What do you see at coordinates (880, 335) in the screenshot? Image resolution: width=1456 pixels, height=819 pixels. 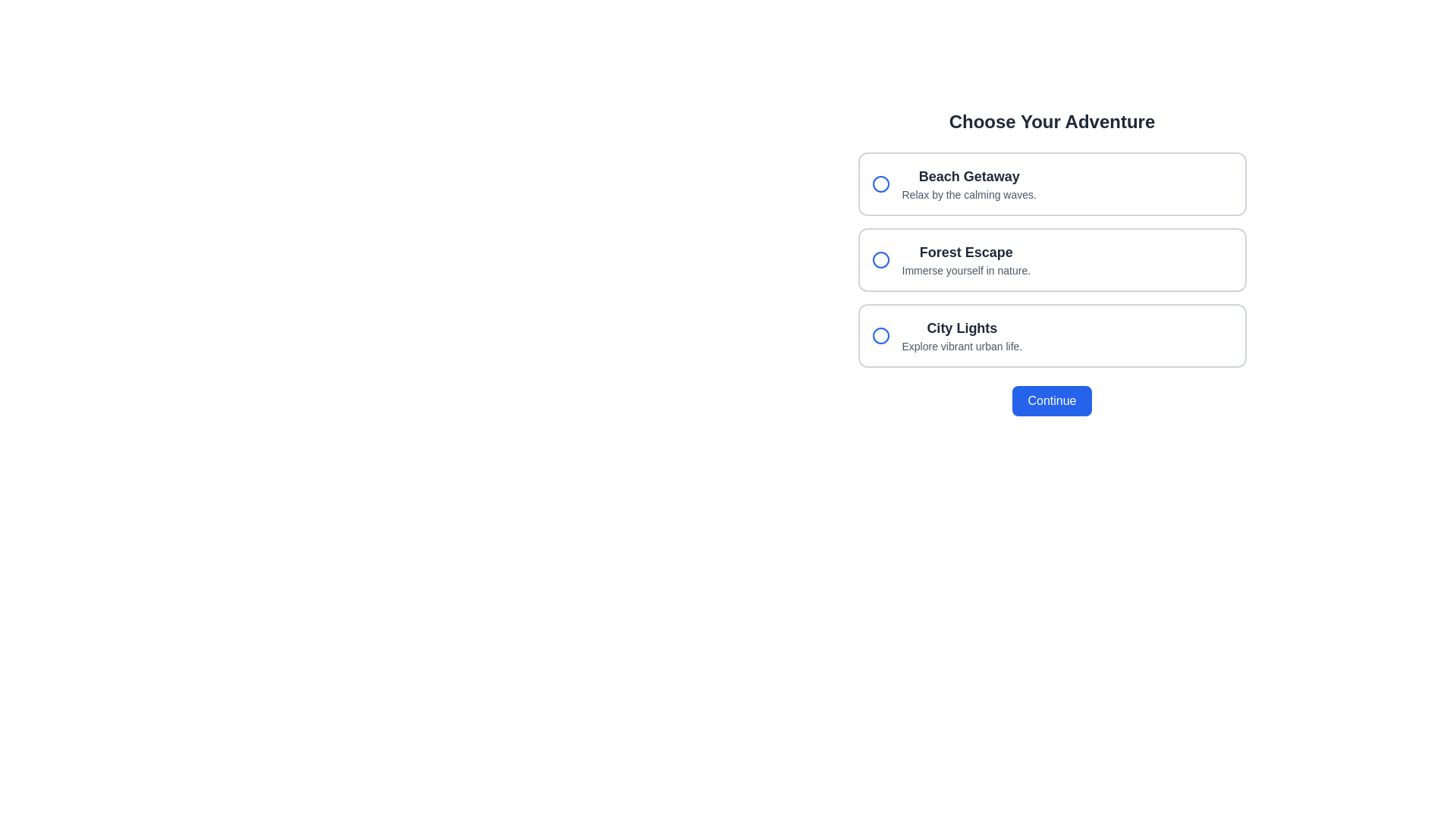 I see `the unselected radio button for the option labeled 'City Lights'` at bounding box center [880, 335].